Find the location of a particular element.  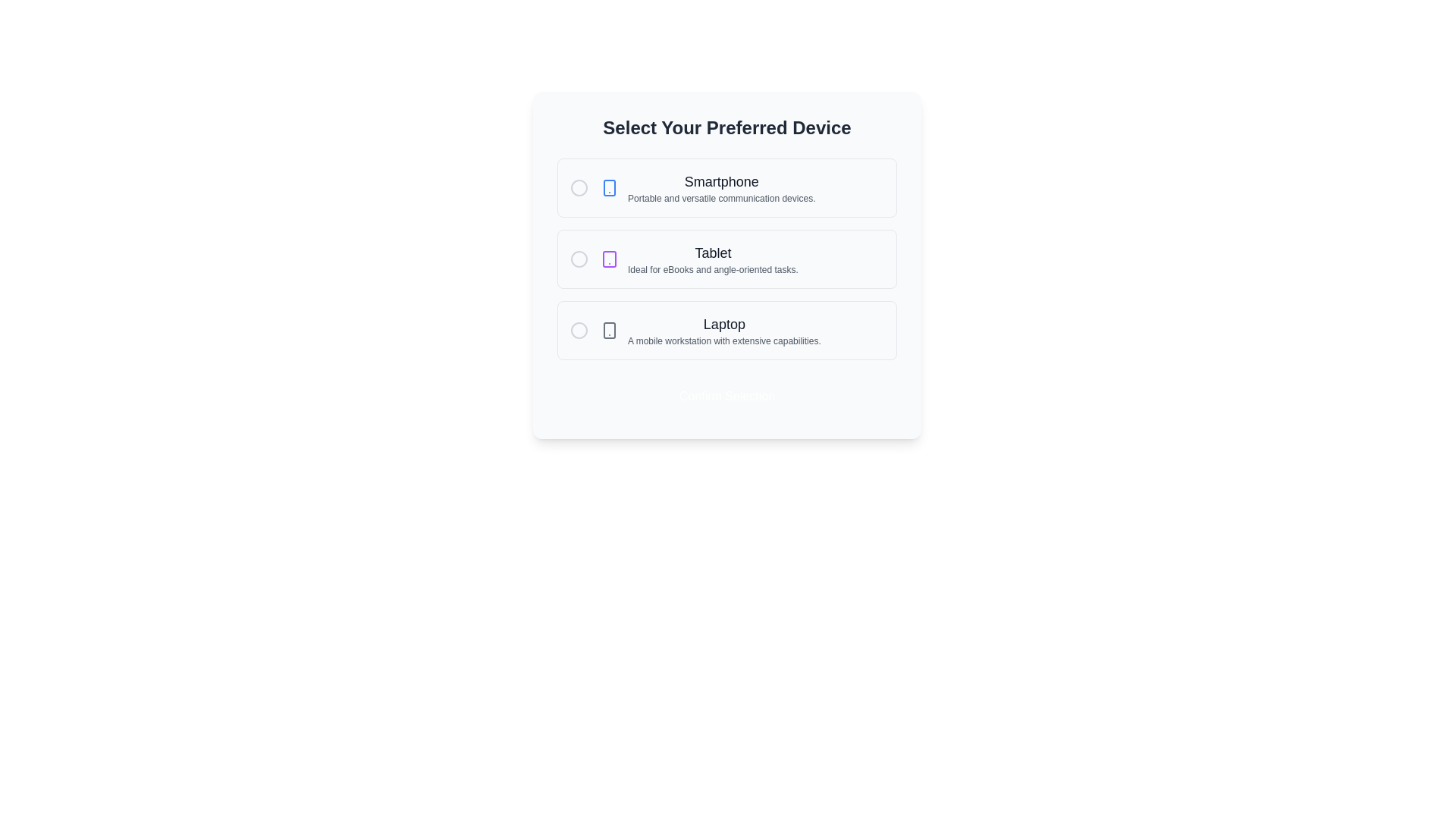

the selection indicator circle is located at coordinates (726, 259).